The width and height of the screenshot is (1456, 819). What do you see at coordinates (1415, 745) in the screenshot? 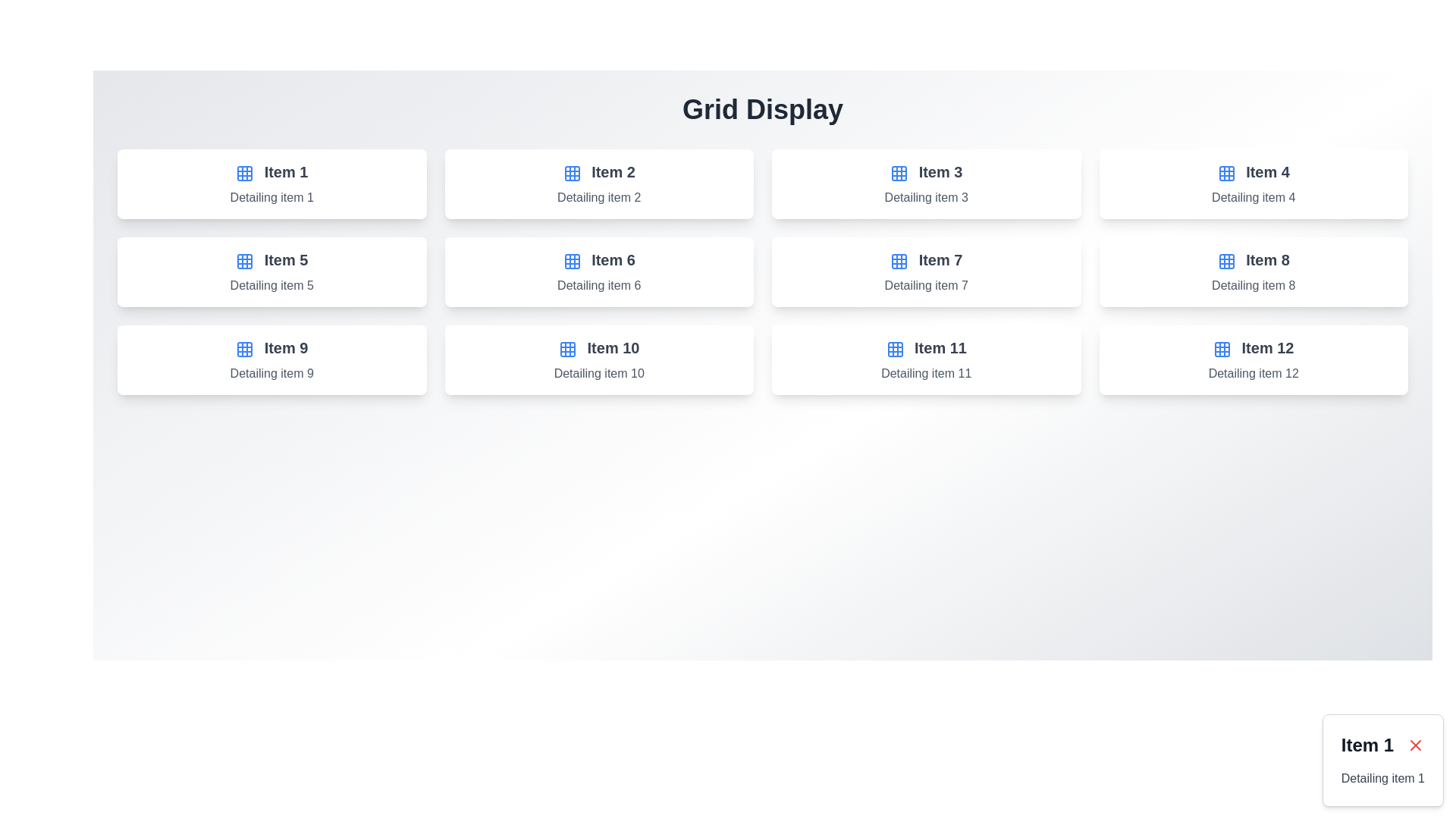
I see `the small, red-colored cross icon resembling an 'X' located in the top-right corner of the card labeled 'Item 1'` at bounding box center [1415, 745].